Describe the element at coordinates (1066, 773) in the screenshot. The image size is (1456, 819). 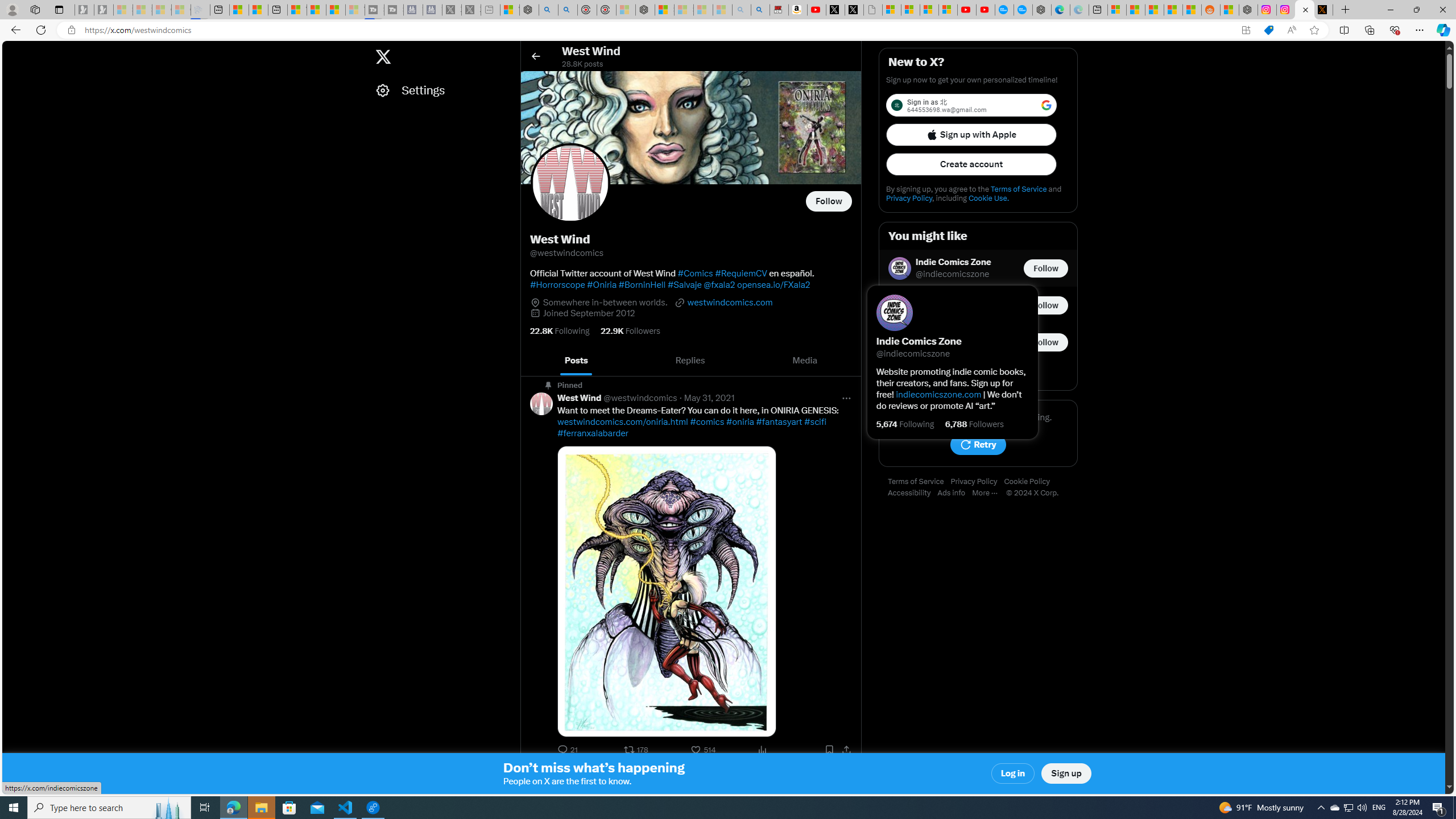
I see `'Sign up'` at that location.